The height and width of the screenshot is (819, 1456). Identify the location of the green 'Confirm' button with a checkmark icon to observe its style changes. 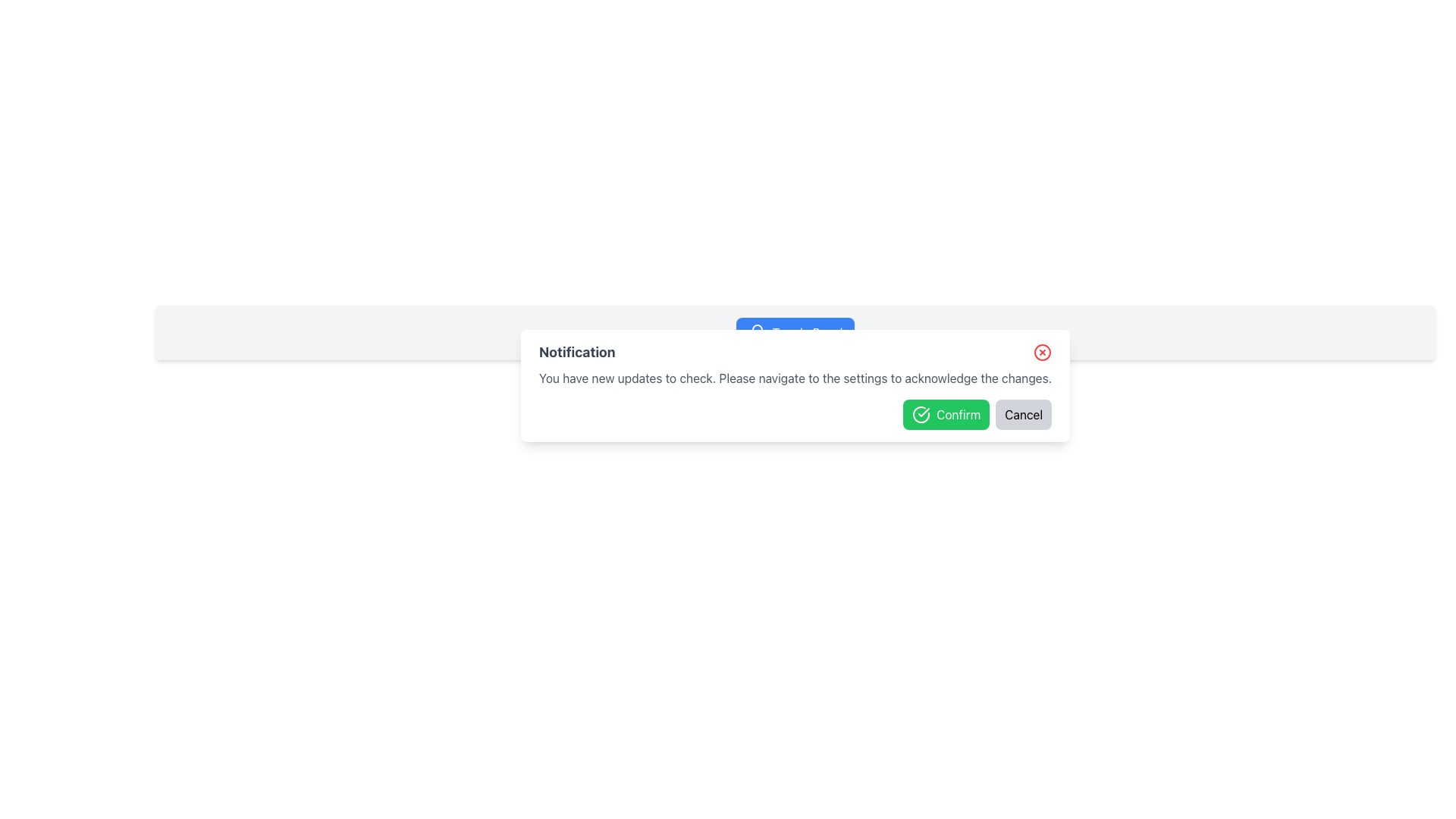
(946, 415).